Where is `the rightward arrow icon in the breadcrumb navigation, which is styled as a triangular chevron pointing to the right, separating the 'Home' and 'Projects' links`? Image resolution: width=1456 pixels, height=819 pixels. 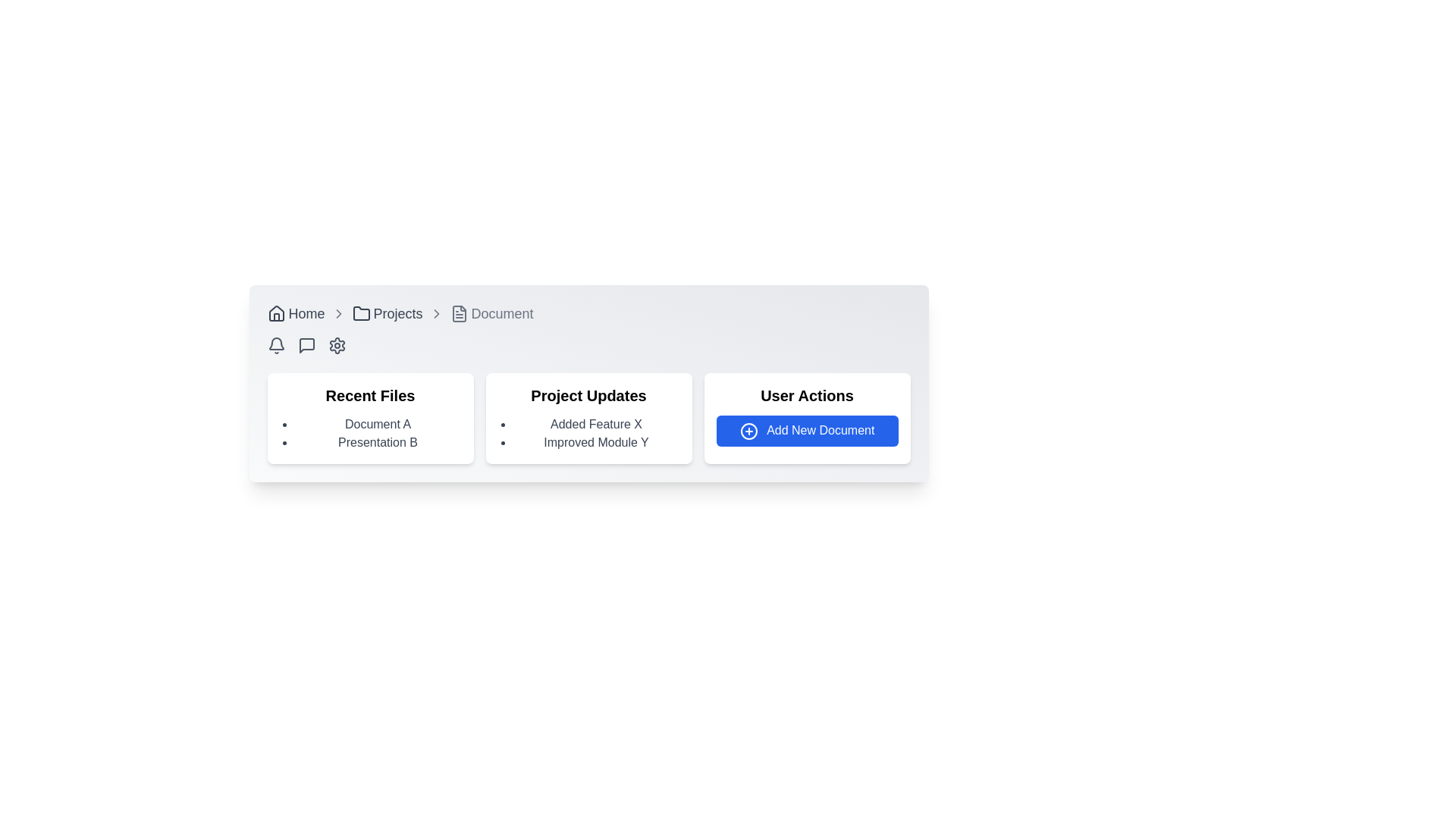 the rightward arrow icon in the breadcrumb navigation, which is styled as a triangular chevron pointing to the right, separating the 'Home' and 'Projects' links is located at coordinates (337, 312).